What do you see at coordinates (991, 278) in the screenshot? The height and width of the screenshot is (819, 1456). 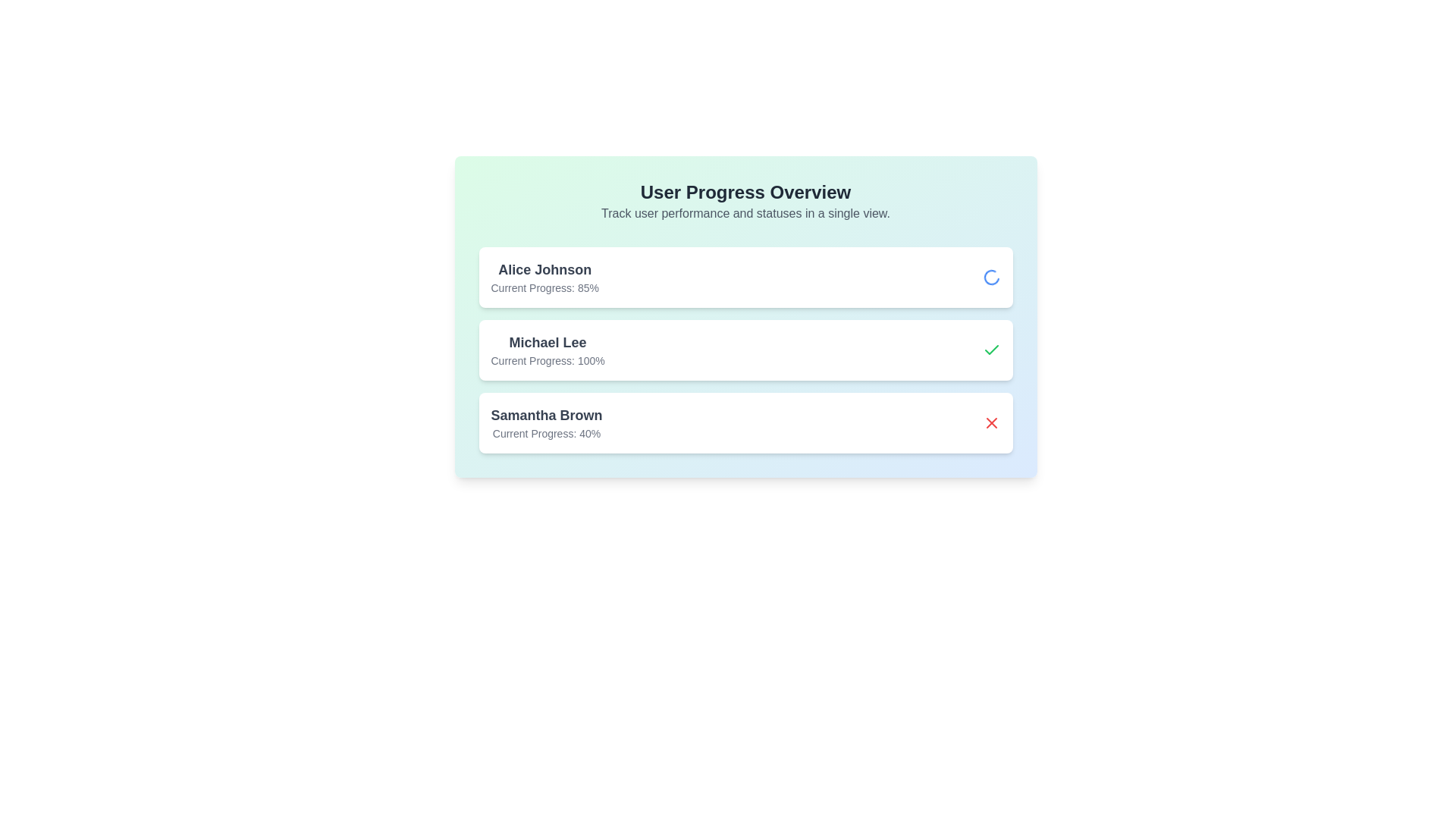 I see `the circular blue loading icon located in the top-right corner of the white card containing the text 'Alice Johnson' and 'Current Progress: 85%'` at bounding box center [991, 278].